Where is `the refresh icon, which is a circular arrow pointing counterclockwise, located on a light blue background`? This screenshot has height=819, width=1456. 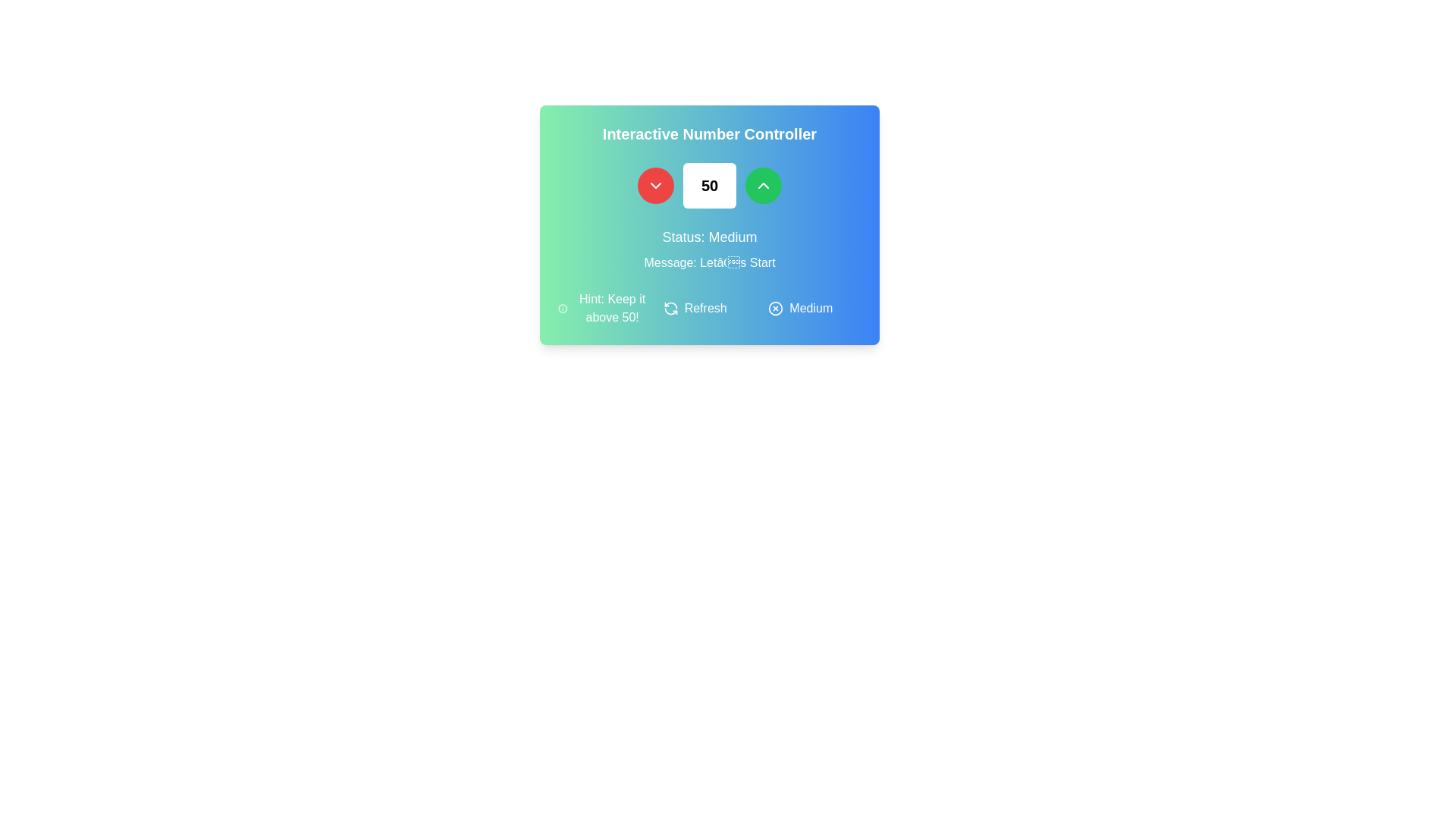
the refresh icon, which is a circular arrow pointing counterclockwise, located on a light blue background is located at coordinates (670, 308).